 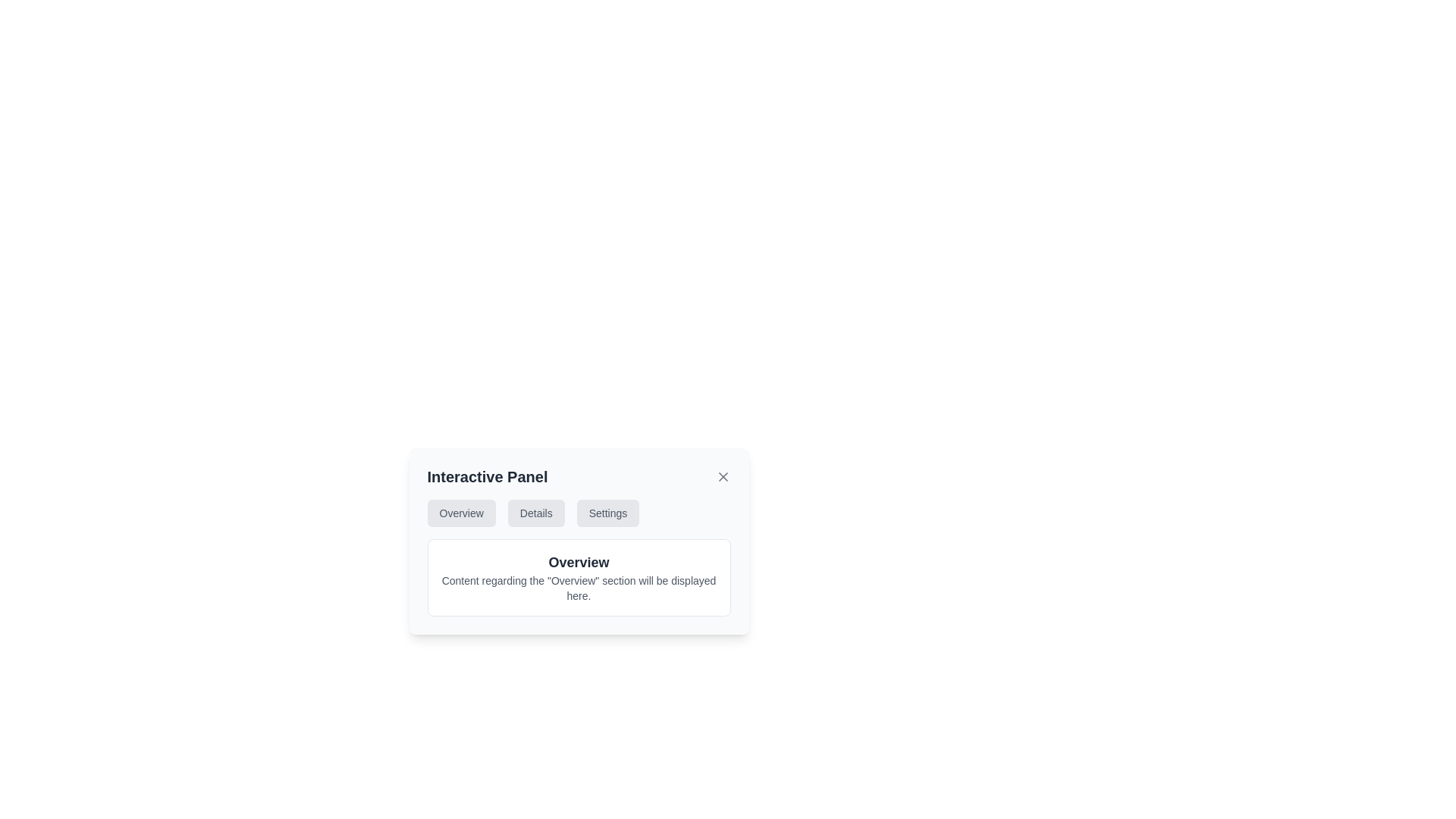 What do you see at coordinates (578, 587) in the screenshot?
I see `the text label that reads 'Content regarding the "Overview" section will be displayed here.', located beneath the 'Overview' title` at bounding box center [578, 587].